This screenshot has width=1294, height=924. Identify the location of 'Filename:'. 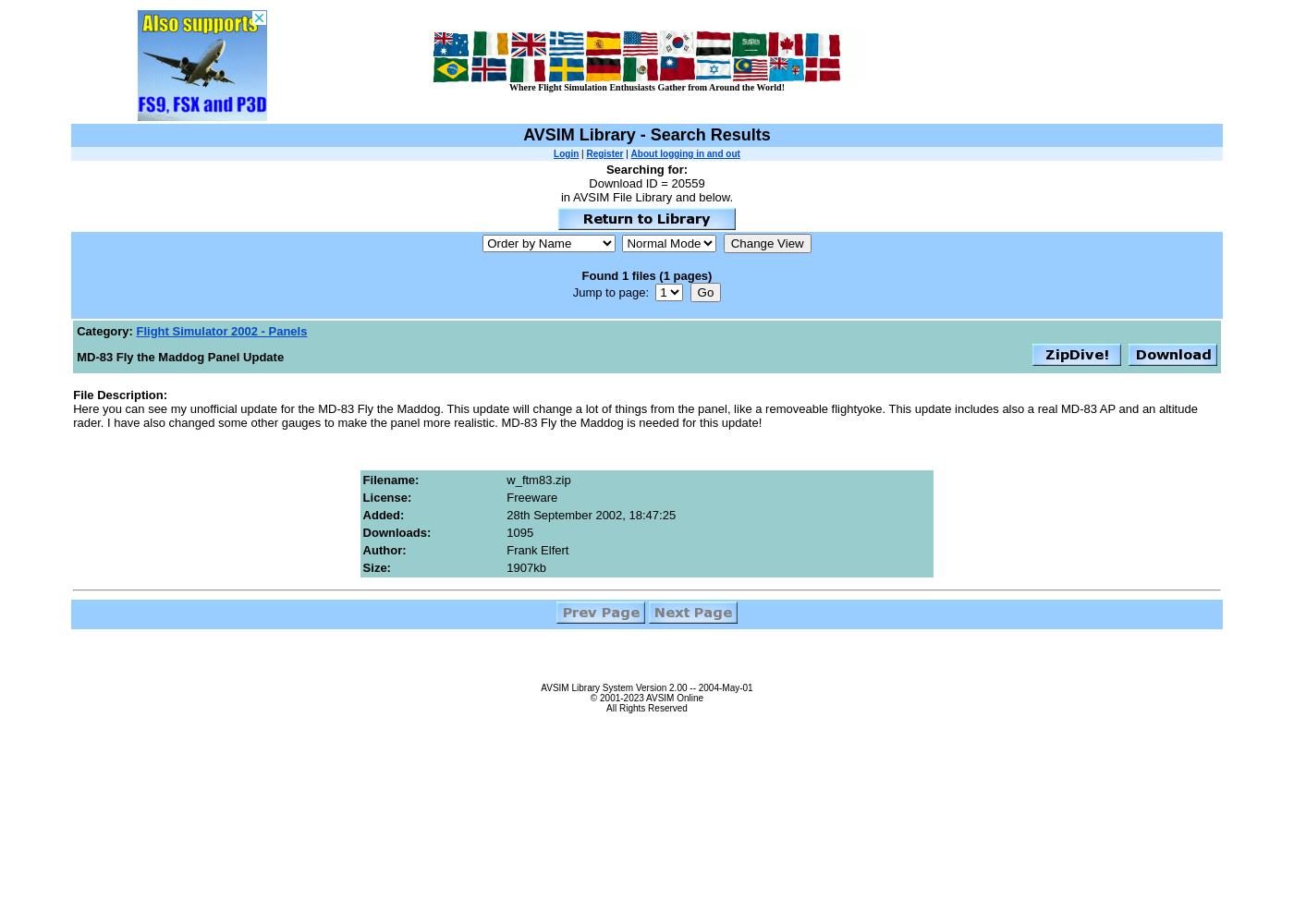
(390, 480).